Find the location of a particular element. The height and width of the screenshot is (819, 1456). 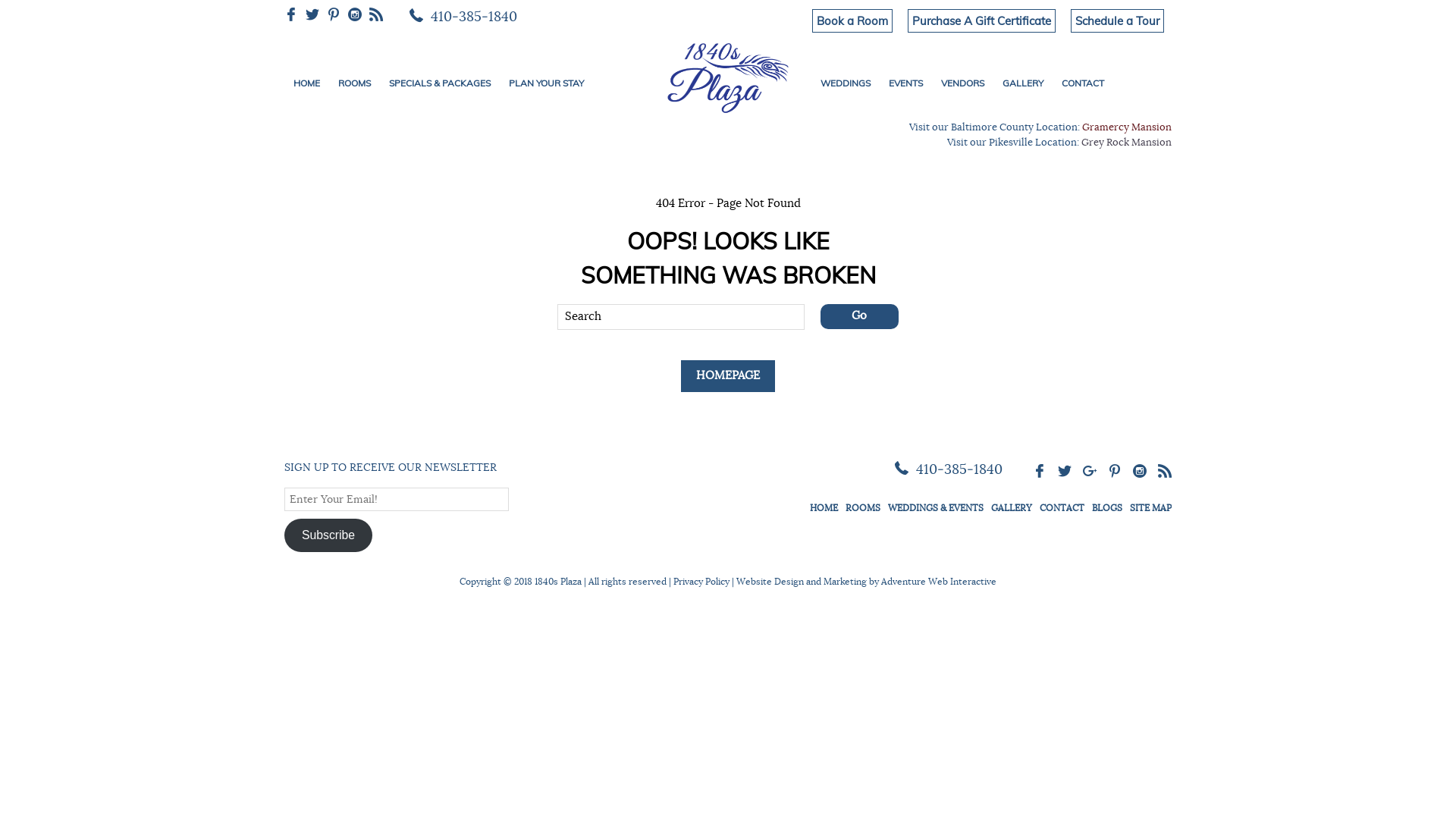

'WEDDINGS & EVENTS' is located at coordinates (934, 508).